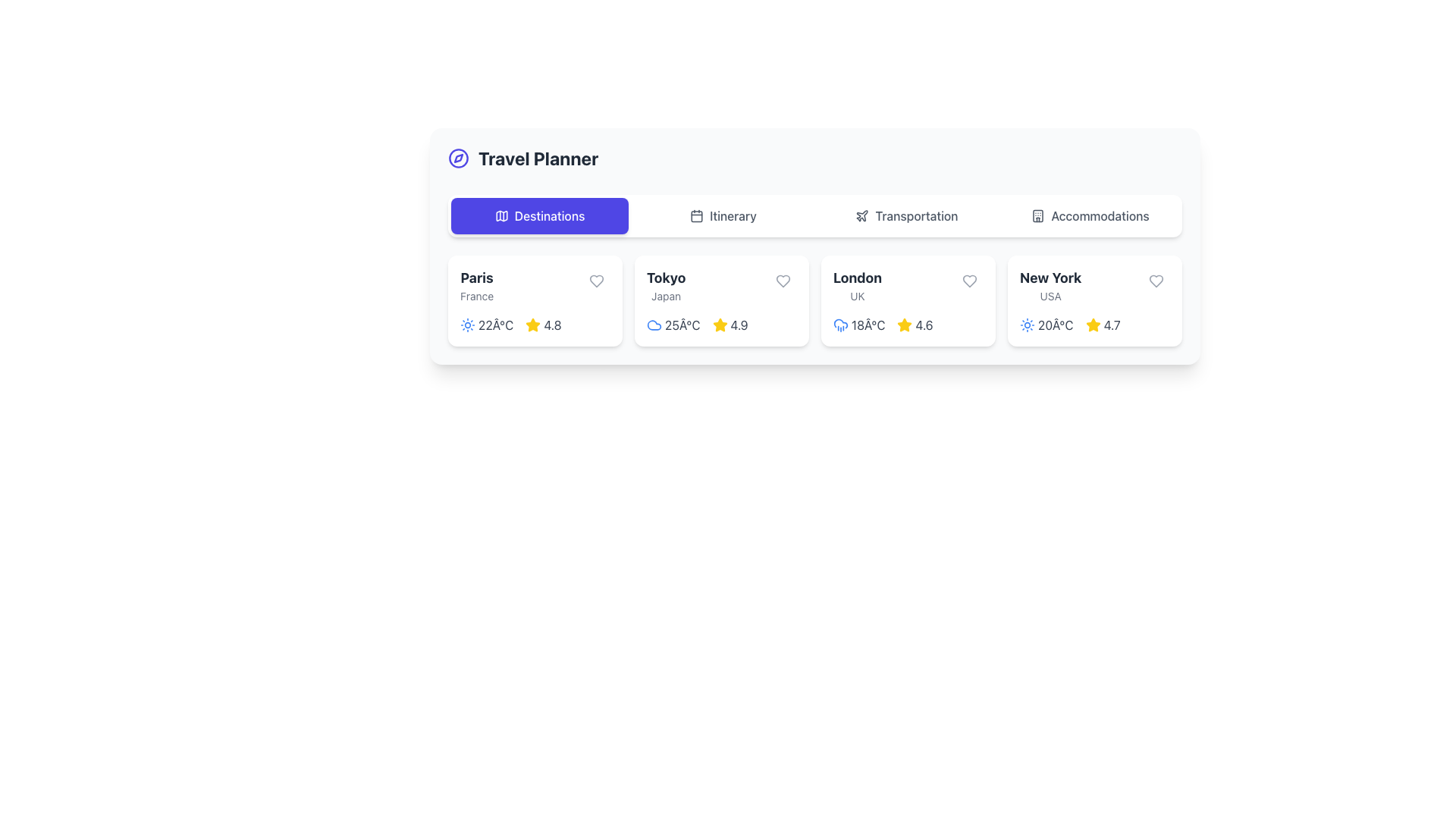 The height and width of the screenshot is (819, 1456). I want to click on the button with an icon in the top-right corner of the 'London' card, so click(968, 281).